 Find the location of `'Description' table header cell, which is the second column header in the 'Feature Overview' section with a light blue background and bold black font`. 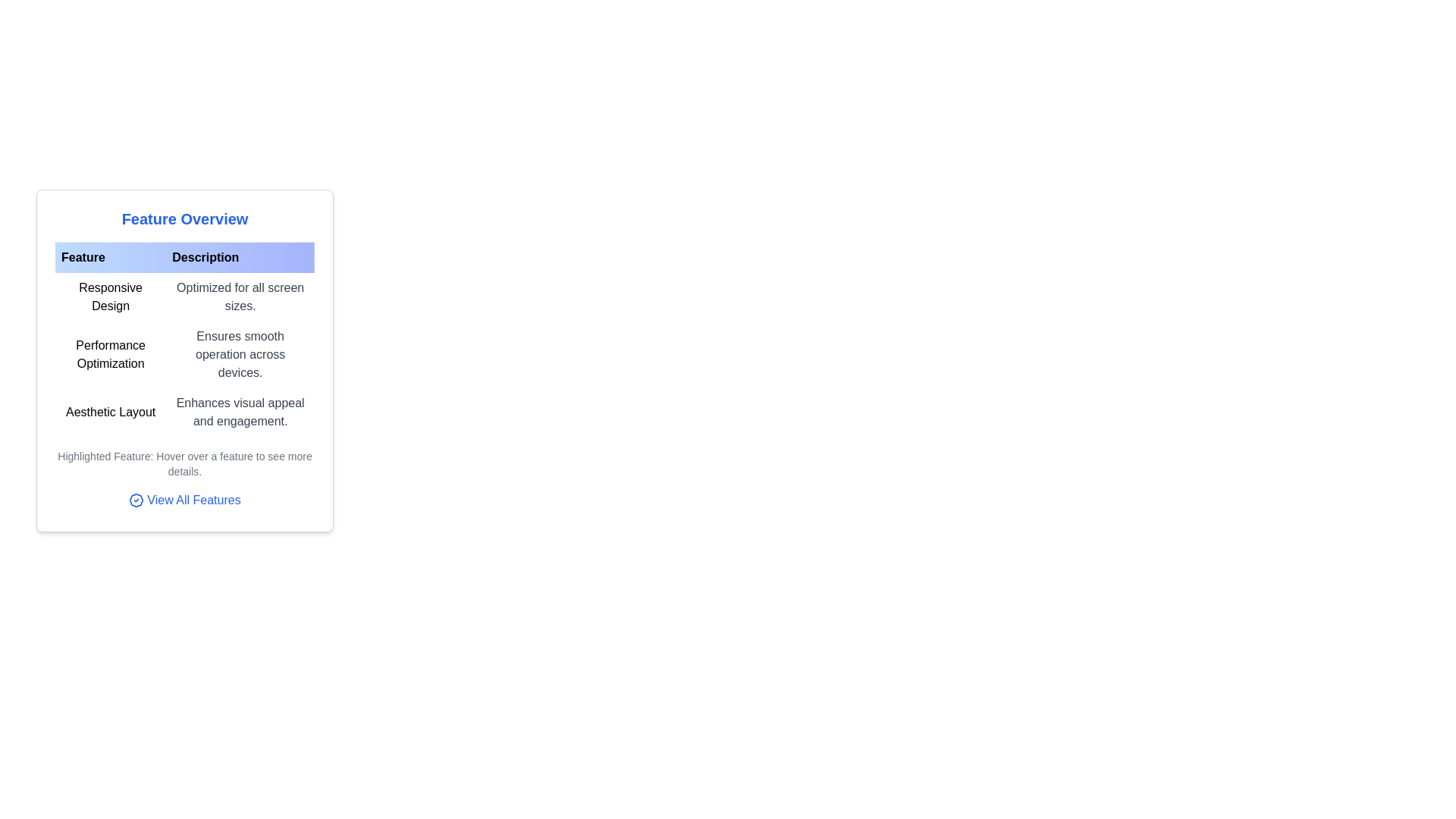

'Description' table header cell, which is the second column header in the 'Feature Overview' section with a light blue background and bold black font is located at coordinates (240, 256).